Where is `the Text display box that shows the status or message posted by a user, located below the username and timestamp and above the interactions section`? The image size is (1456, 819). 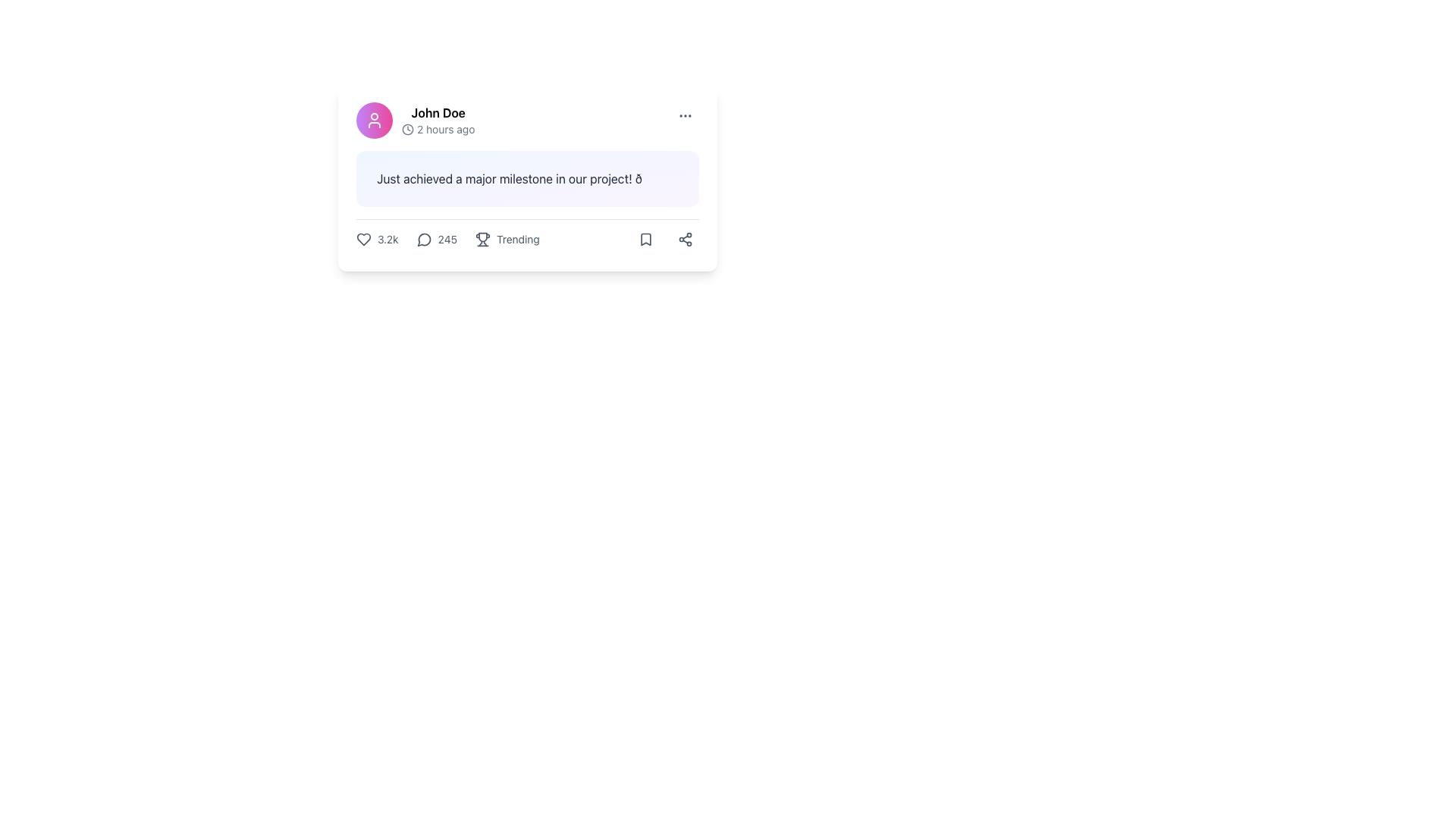 the Text display box that shows the status or message posted by a user, located below the username and timestamp and above the interactions section is located at coordinates (528, 177).